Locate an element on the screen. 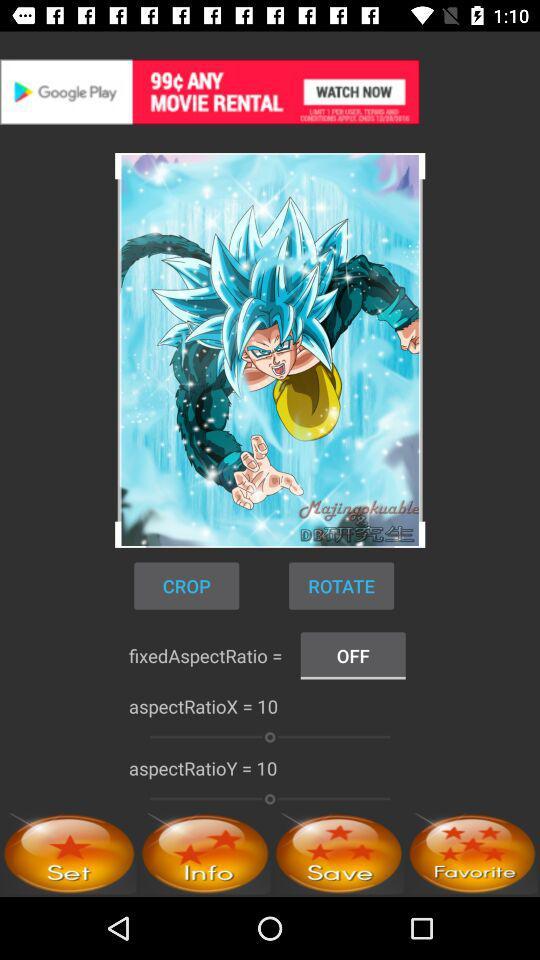  set is located at coordinates (68, 852).